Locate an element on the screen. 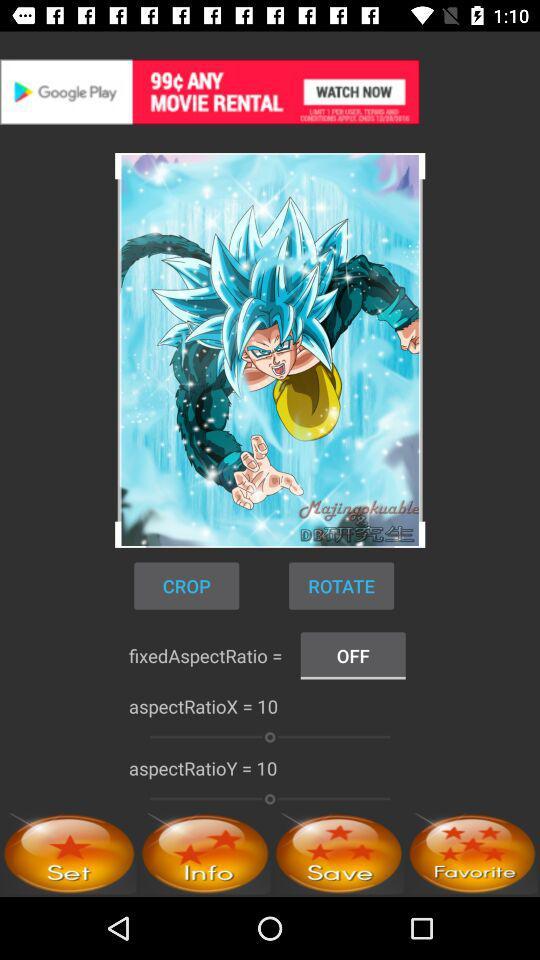  set is located at coordinates (68, 852).